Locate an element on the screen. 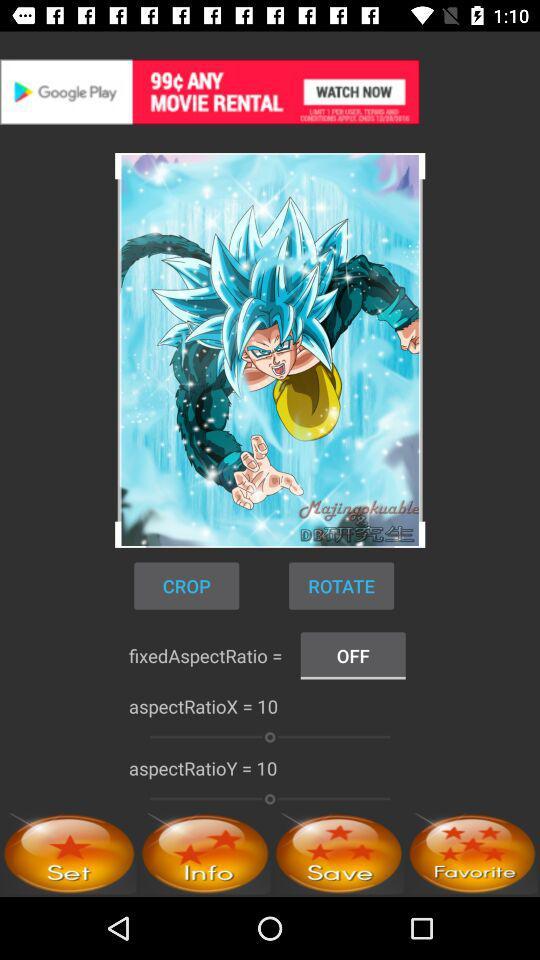  set is located at coordinates (68, 852).